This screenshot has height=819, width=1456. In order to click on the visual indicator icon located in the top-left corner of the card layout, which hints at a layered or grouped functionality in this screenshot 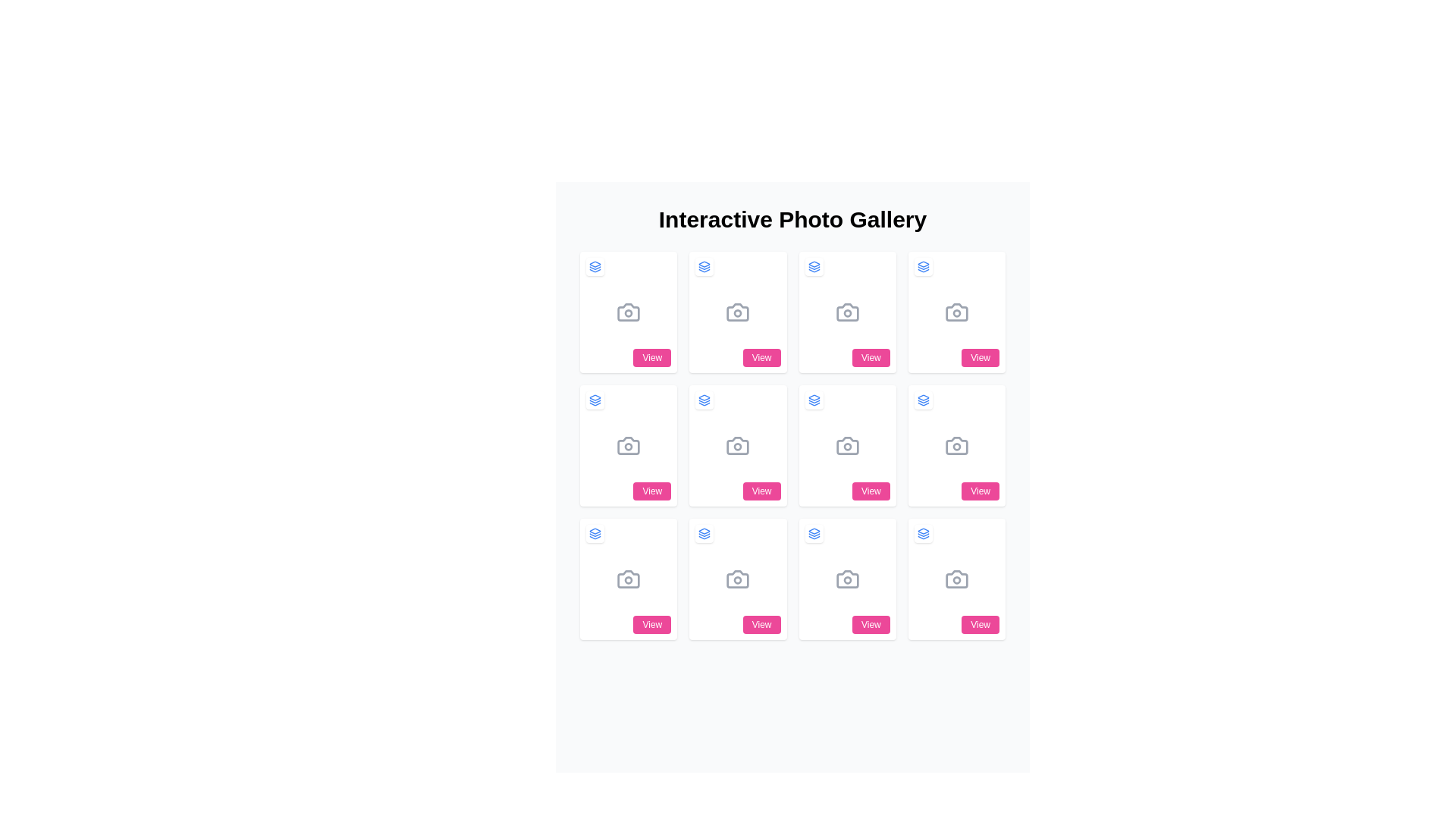, I will do `click(813, 400)`.